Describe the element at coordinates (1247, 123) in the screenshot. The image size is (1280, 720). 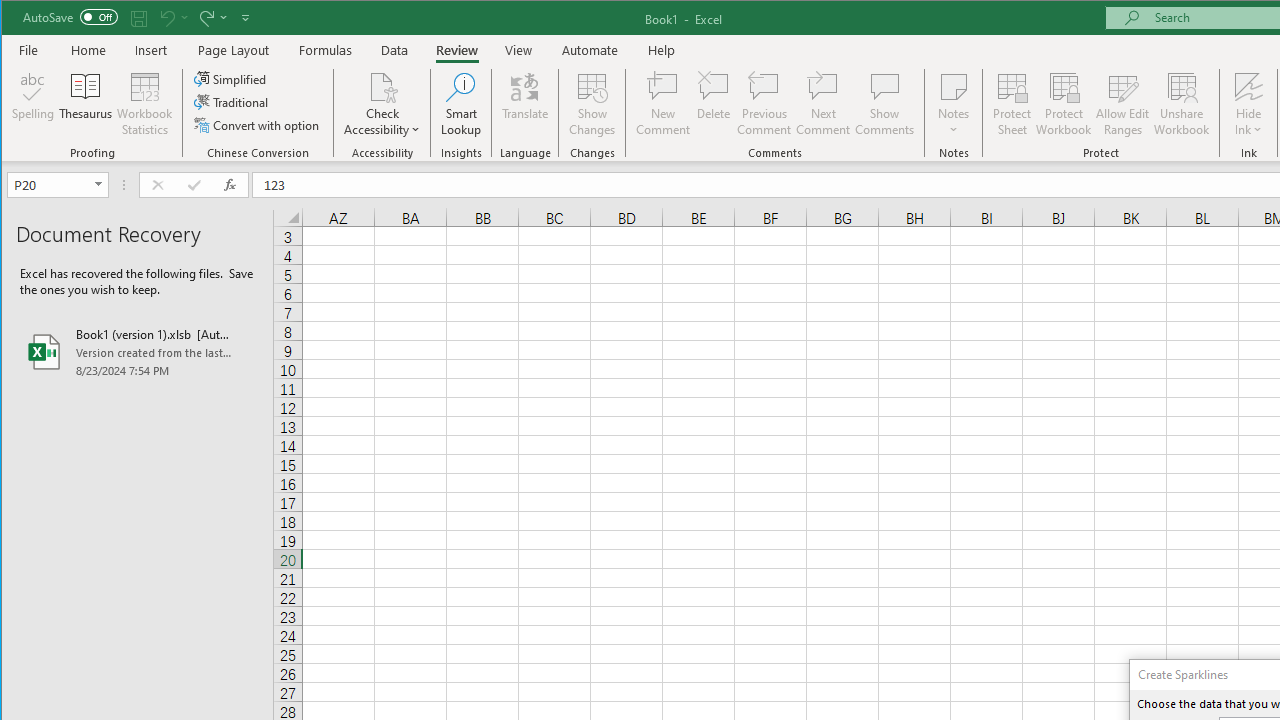
I see `'More Options'` at that location.